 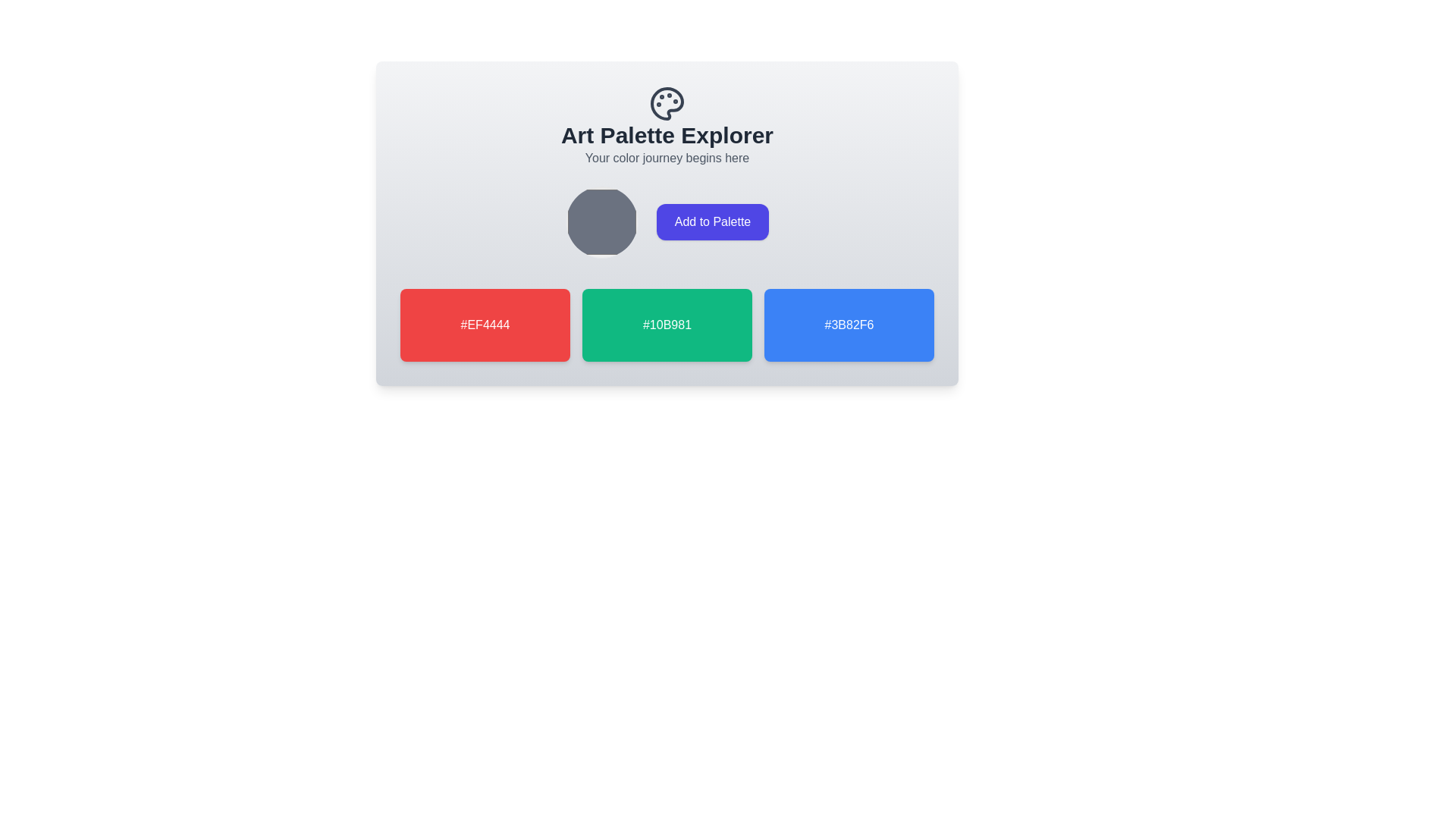 I want to click on the appearance of the visual display element with a vivid blue background and white text '#3B82F6', positioned at the bottom center of the interface, so click(x=848, y=324).